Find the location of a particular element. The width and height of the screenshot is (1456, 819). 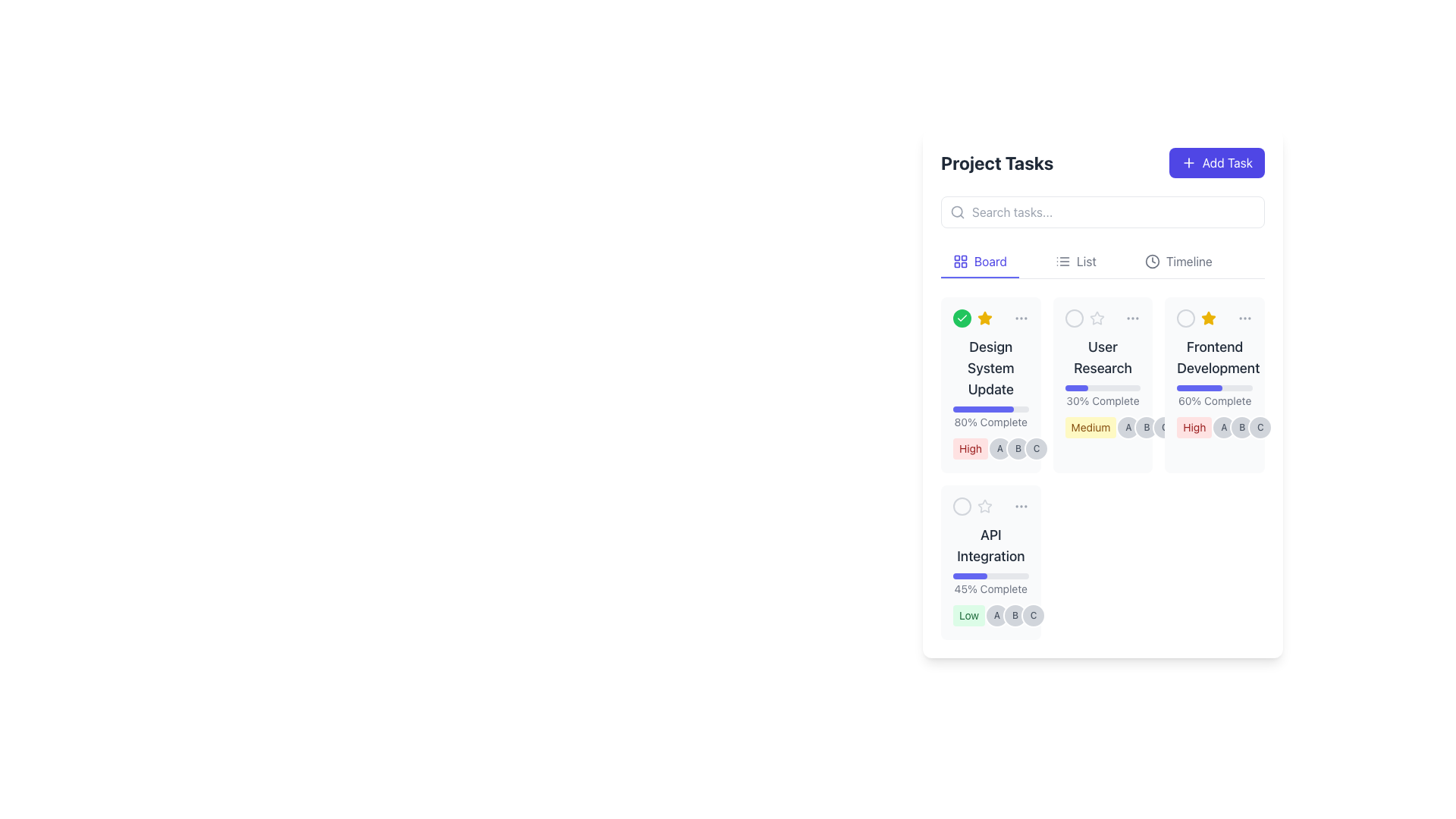

the 'High' priority label inside the 'Design System Update' card in the 'Project Tasks' board, which has a light red background and red text is located at coordinates (971, 447).